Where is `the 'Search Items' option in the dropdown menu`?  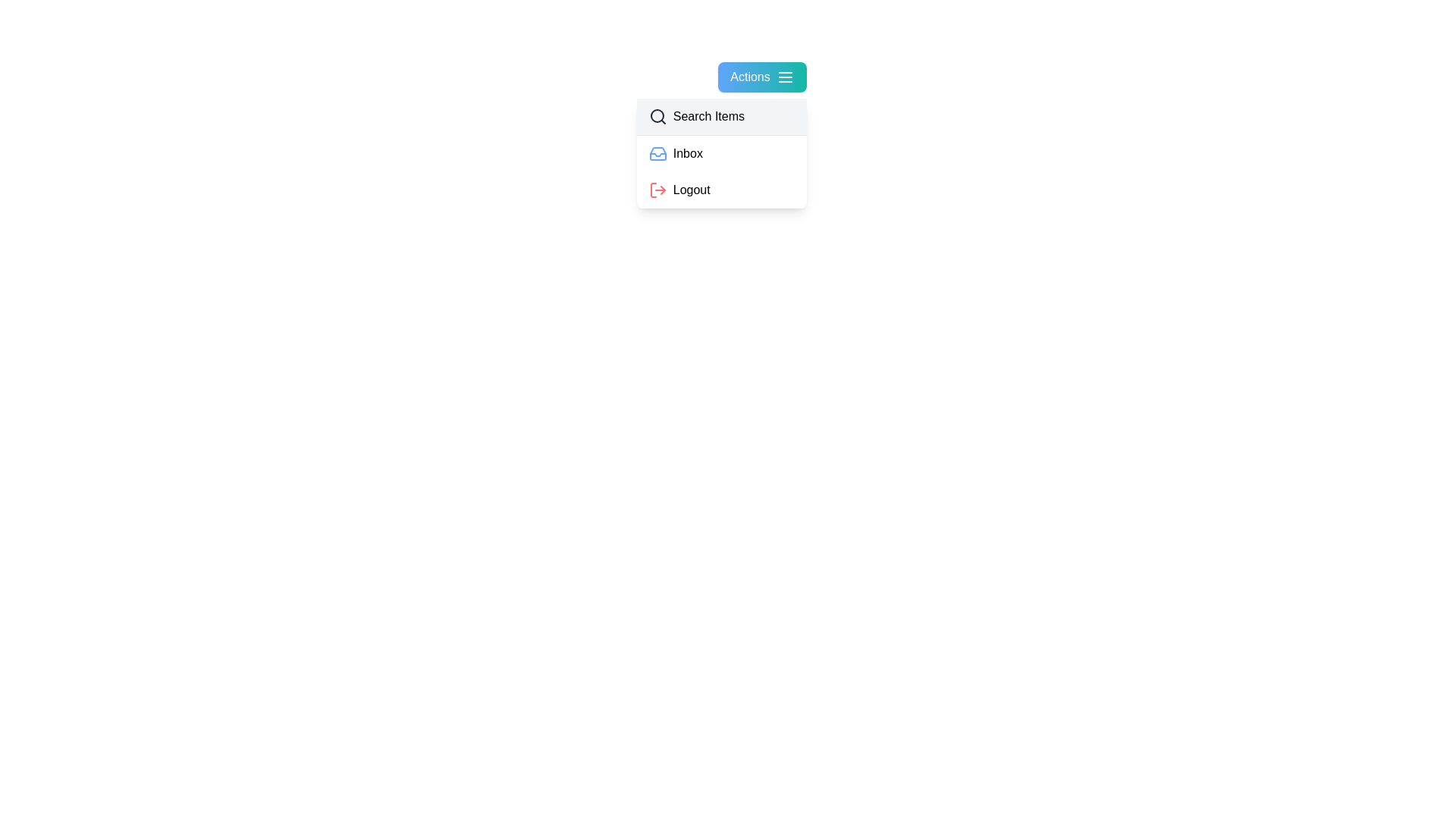
the 'Search Items' option in the dropdown menu is located at coordinates (720, 116).